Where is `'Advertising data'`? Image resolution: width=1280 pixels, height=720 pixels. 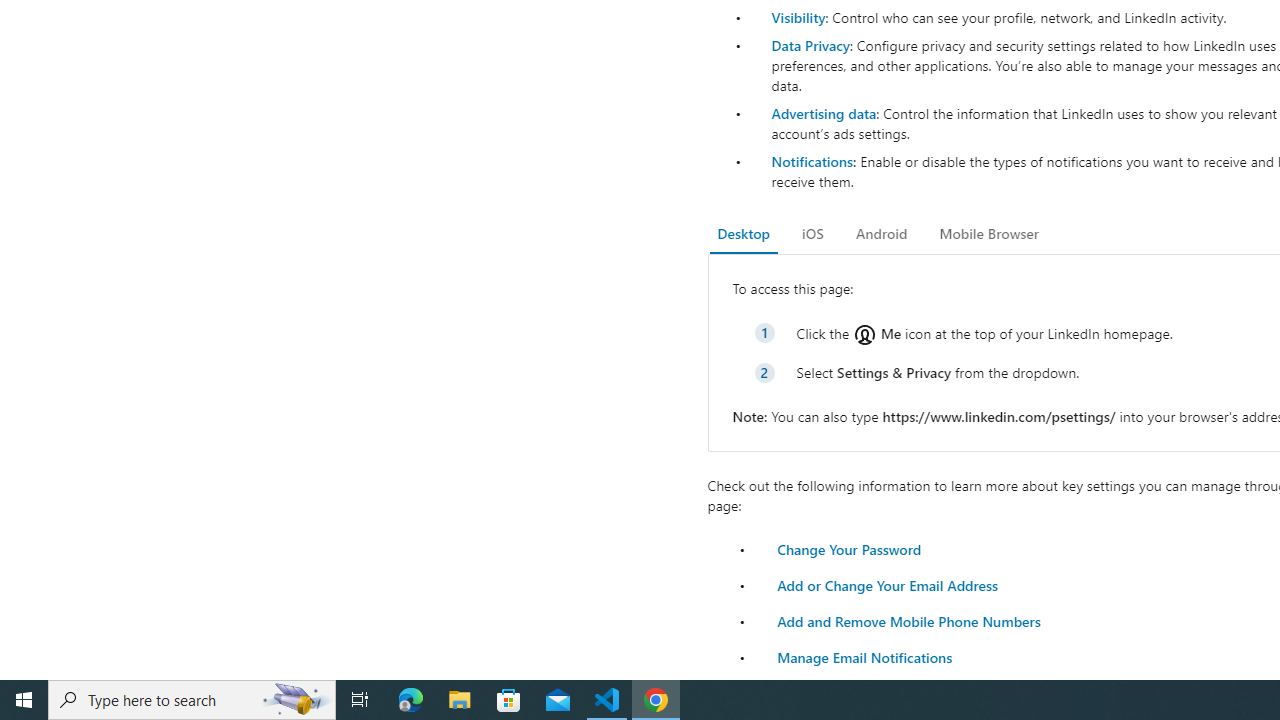 'Advertising data' is located at coordinates (823, 113).